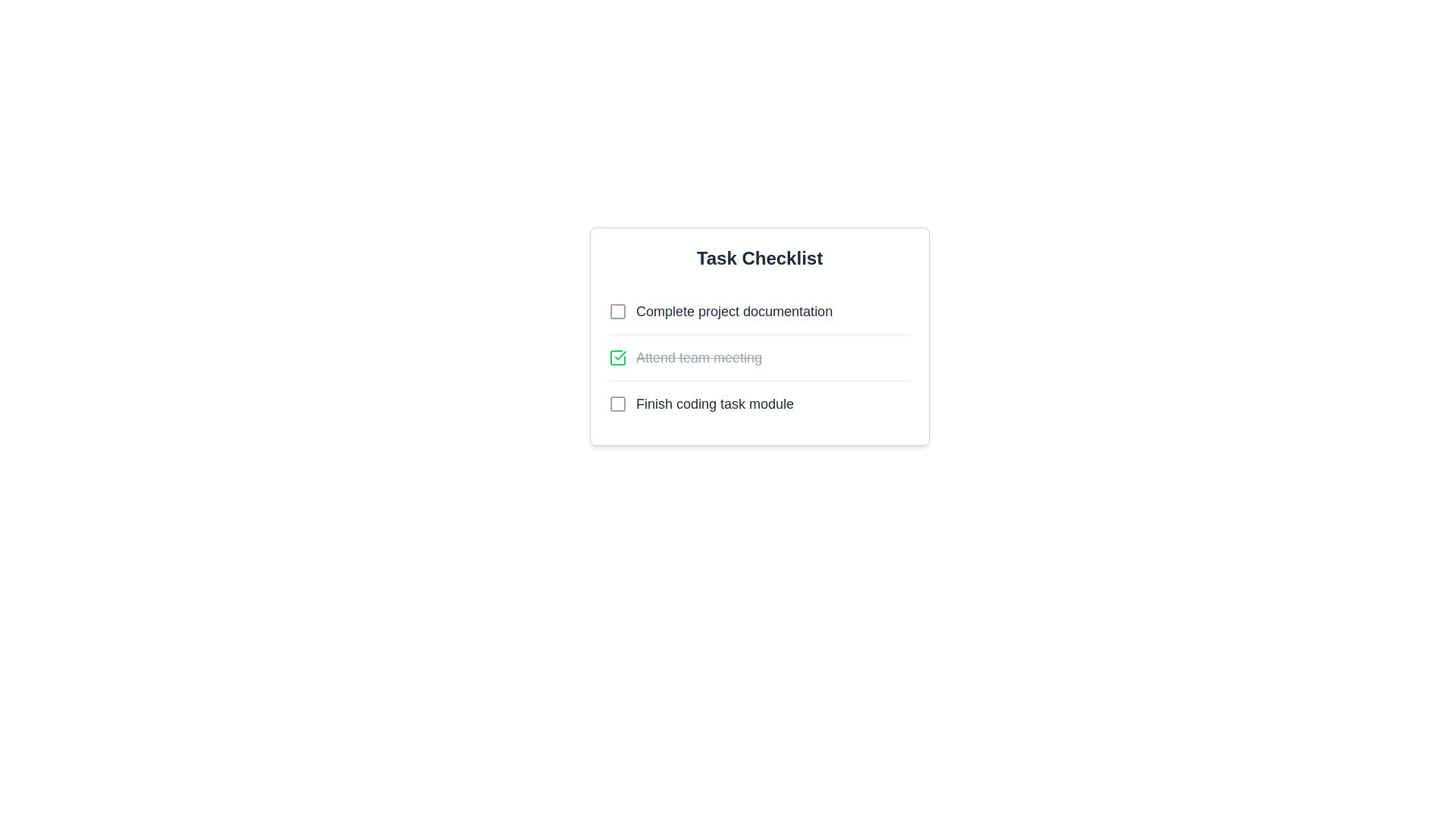  Describe the element at coordinates (698, 357) in the screenshot. I see `the text label displaying 'Attend team meeting', which has a strikethrough signifying a completed task in the 'Task Checklist' modal` at that location.